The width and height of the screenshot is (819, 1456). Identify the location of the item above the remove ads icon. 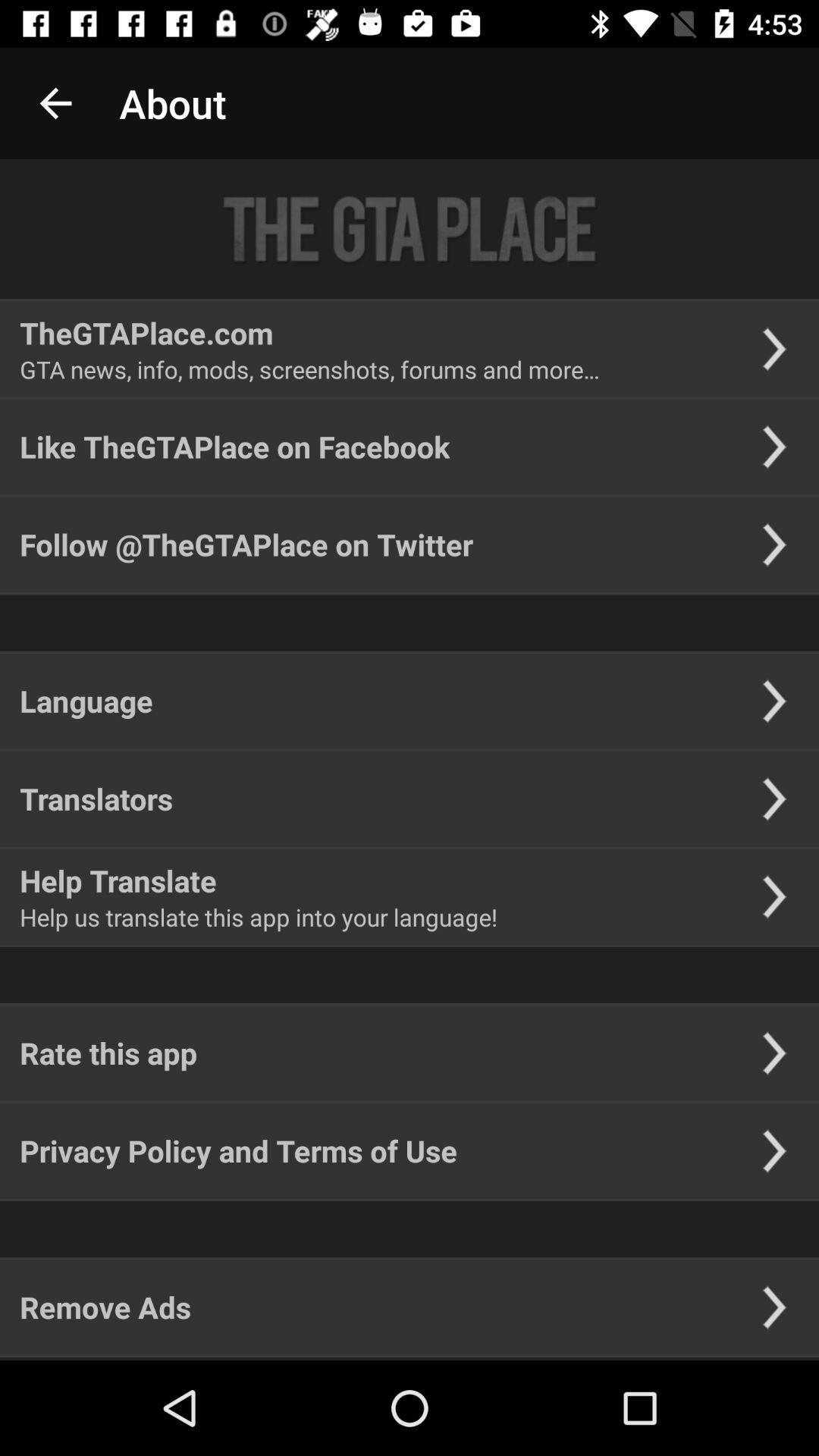
(238, 1150).